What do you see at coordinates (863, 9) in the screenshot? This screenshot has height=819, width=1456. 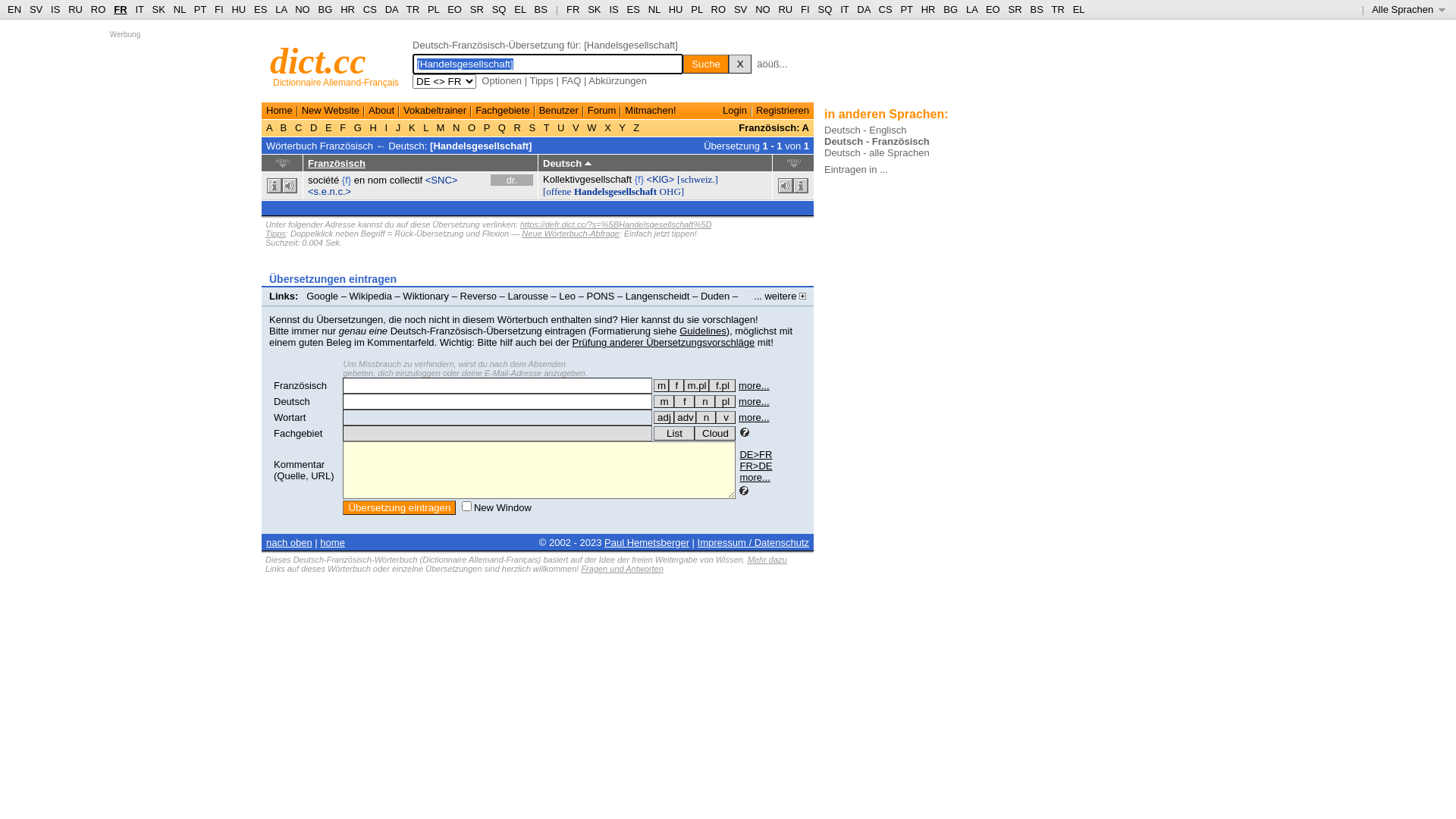 I see `'DA'` at bounding box center [863, 9].